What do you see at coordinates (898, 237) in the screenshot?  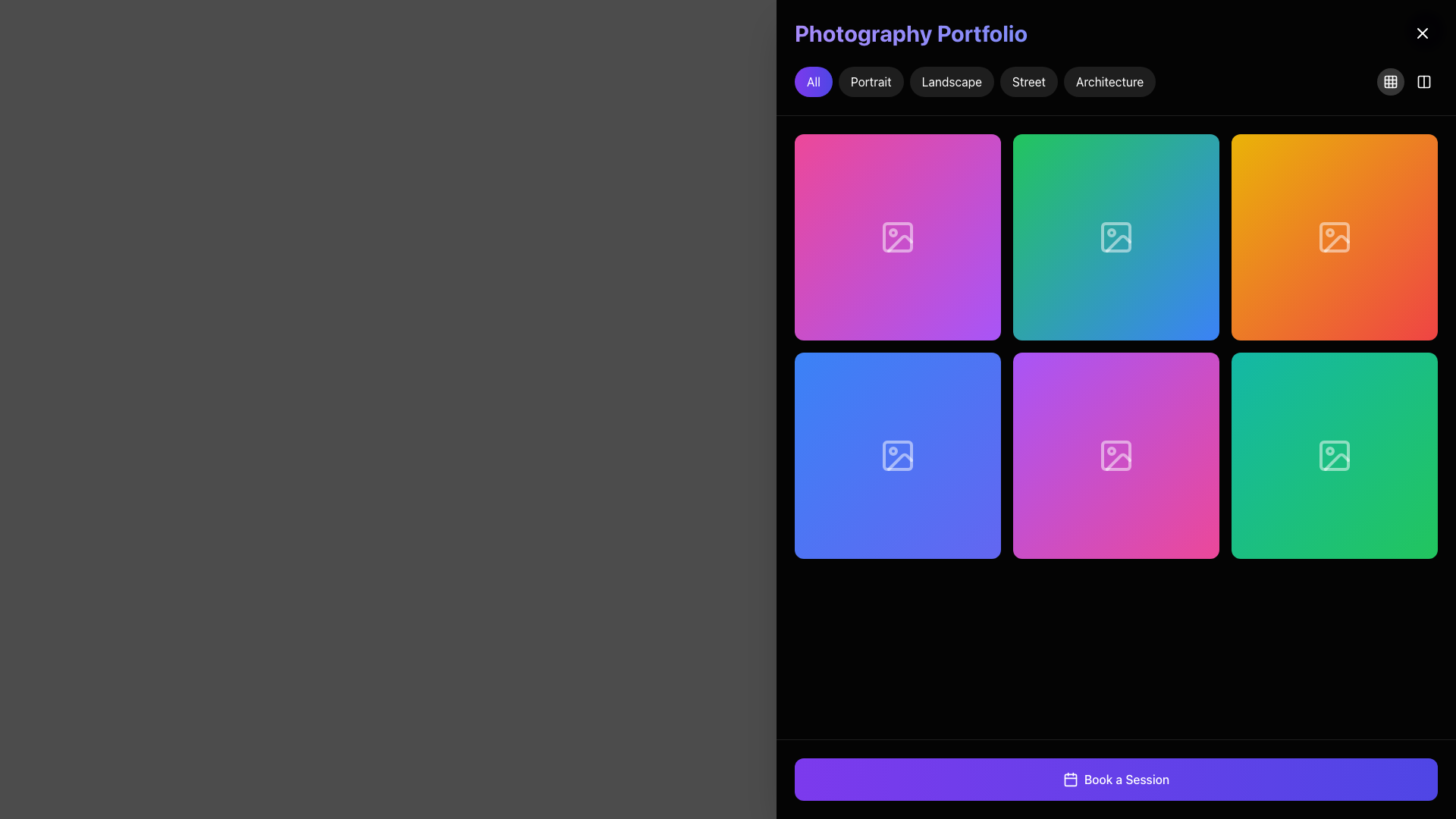 I see `the image icon resembling a photograph with a mountain and a sun, located in the top-left tile of a 3x2 grid, to trigger a tooltip or highlight` at bounding box center [898, 237].